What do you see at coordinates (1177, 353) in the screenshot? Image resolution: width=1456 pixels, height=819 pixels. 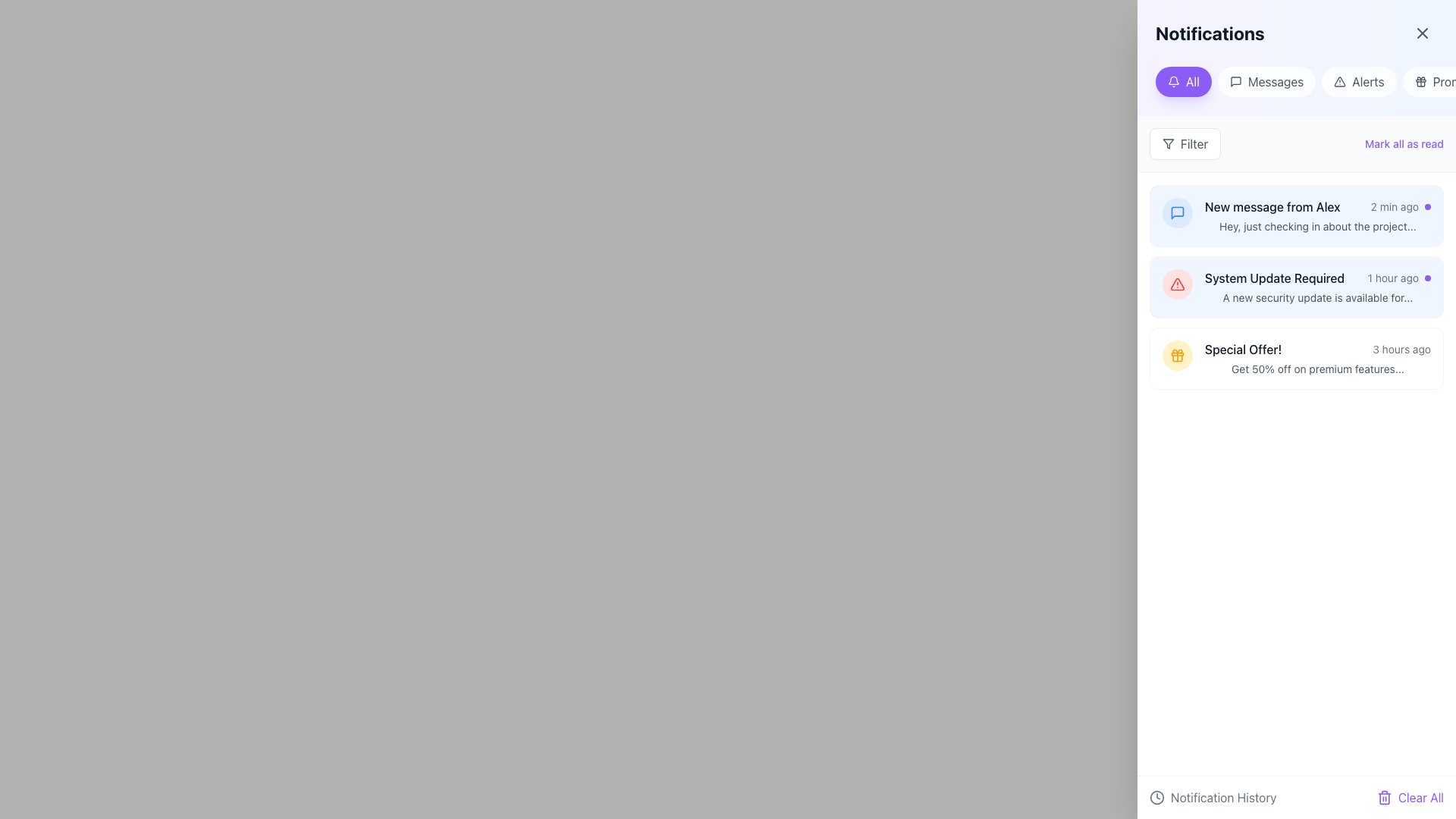 I see `the rectangular graphical component styled within the gift box icon located in the Special Offer notification card` at bounding box center [1177, 353].